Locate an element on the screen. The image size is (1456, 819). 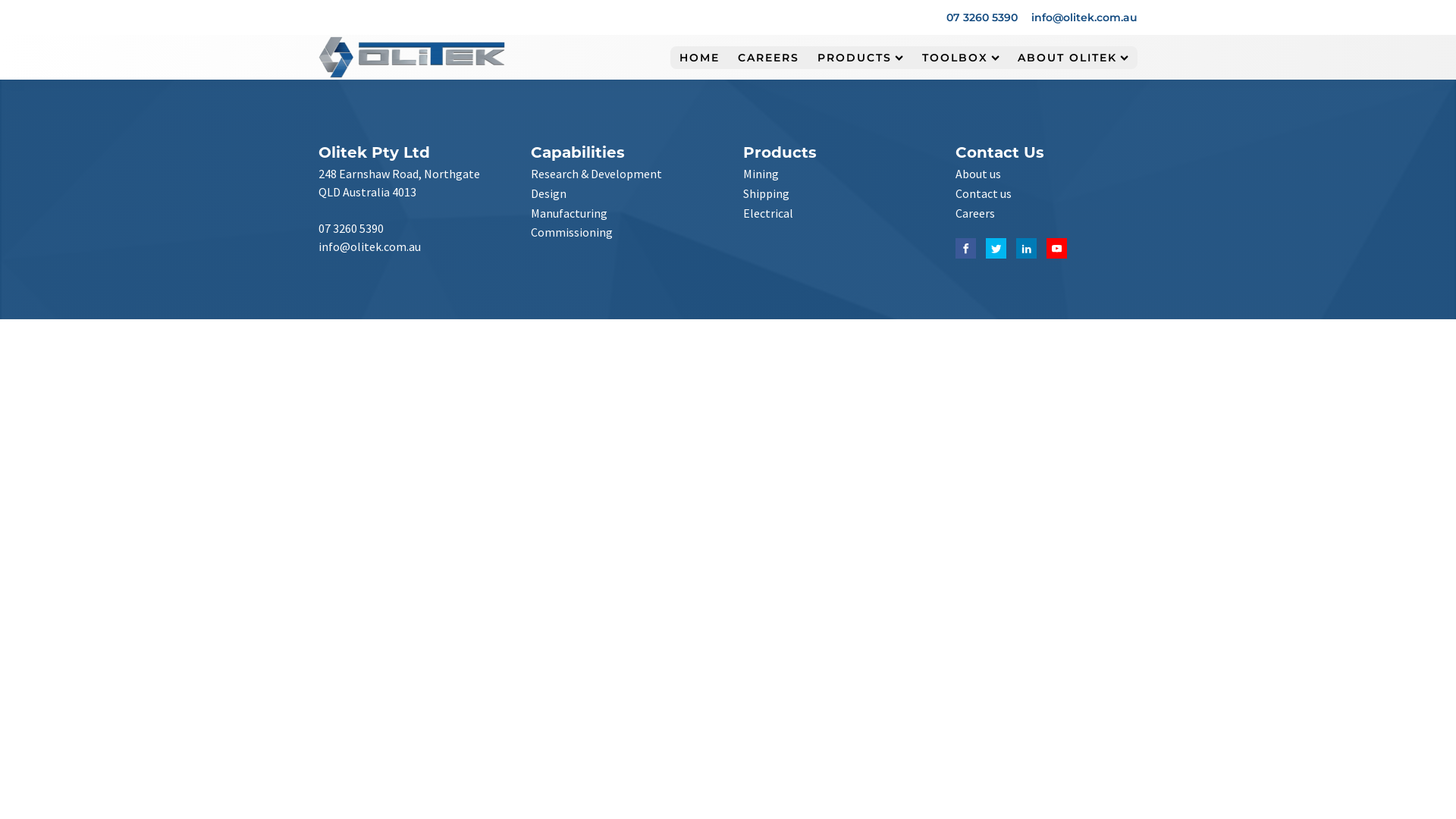
'TOOLBOX' is located at coordinates (960, 57).